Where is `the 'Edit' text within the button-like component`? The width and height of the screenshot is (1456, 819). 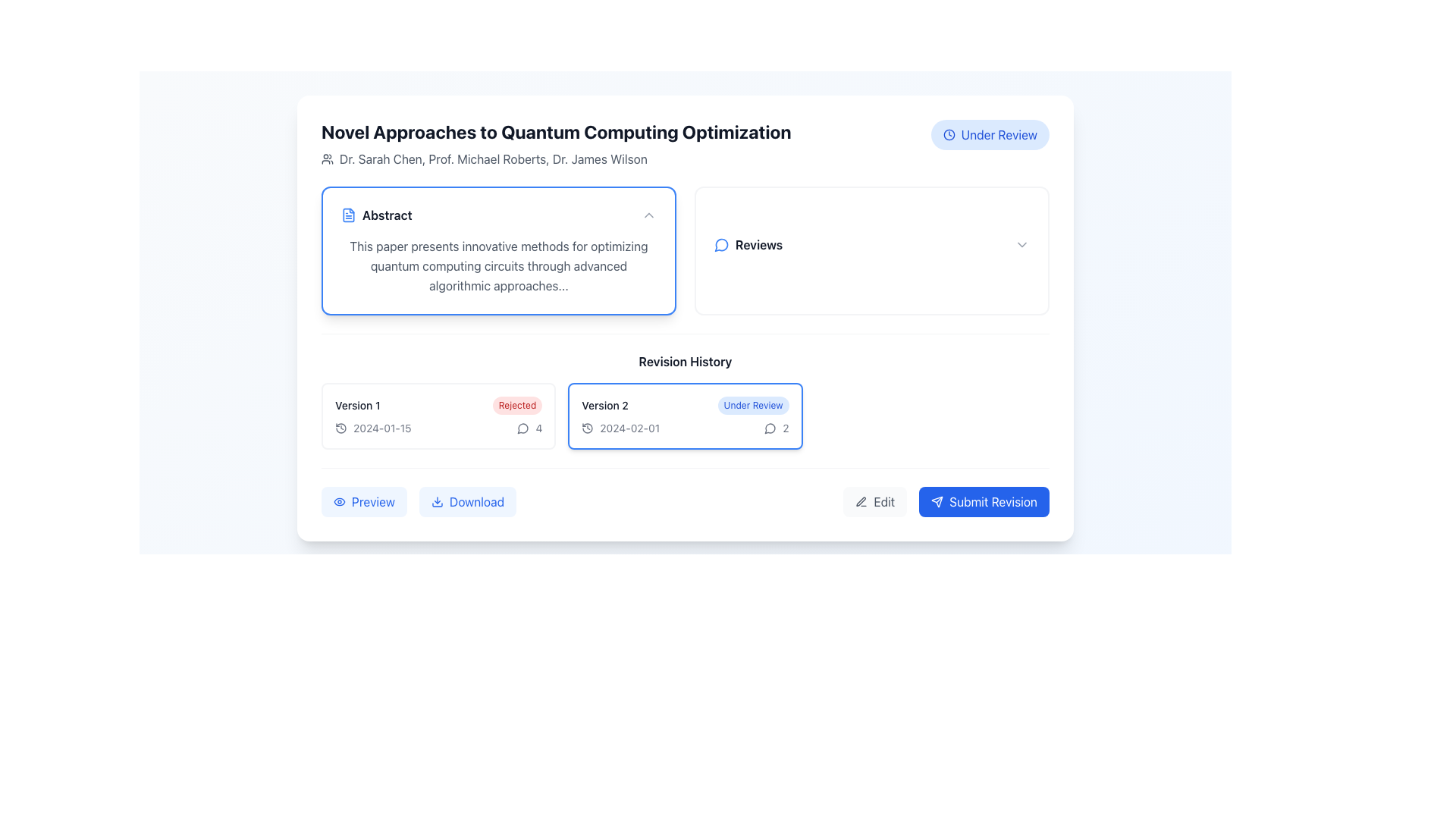
the 'Edit' text within the button-like component is located at coordinates (884, 502).